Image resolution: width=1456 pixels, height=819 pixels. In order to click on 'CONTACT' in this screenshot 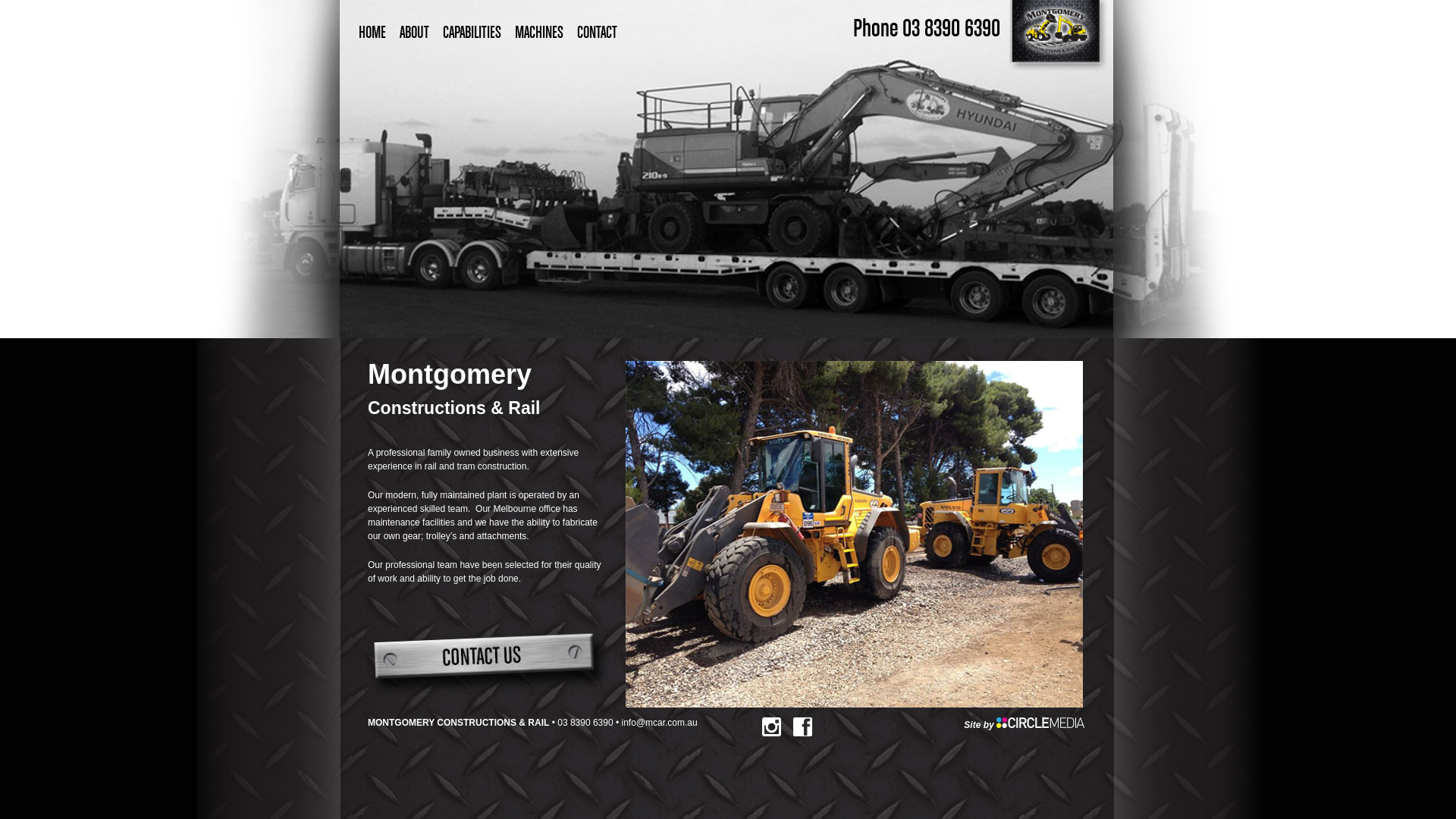, I will do `click(596, 33)`.